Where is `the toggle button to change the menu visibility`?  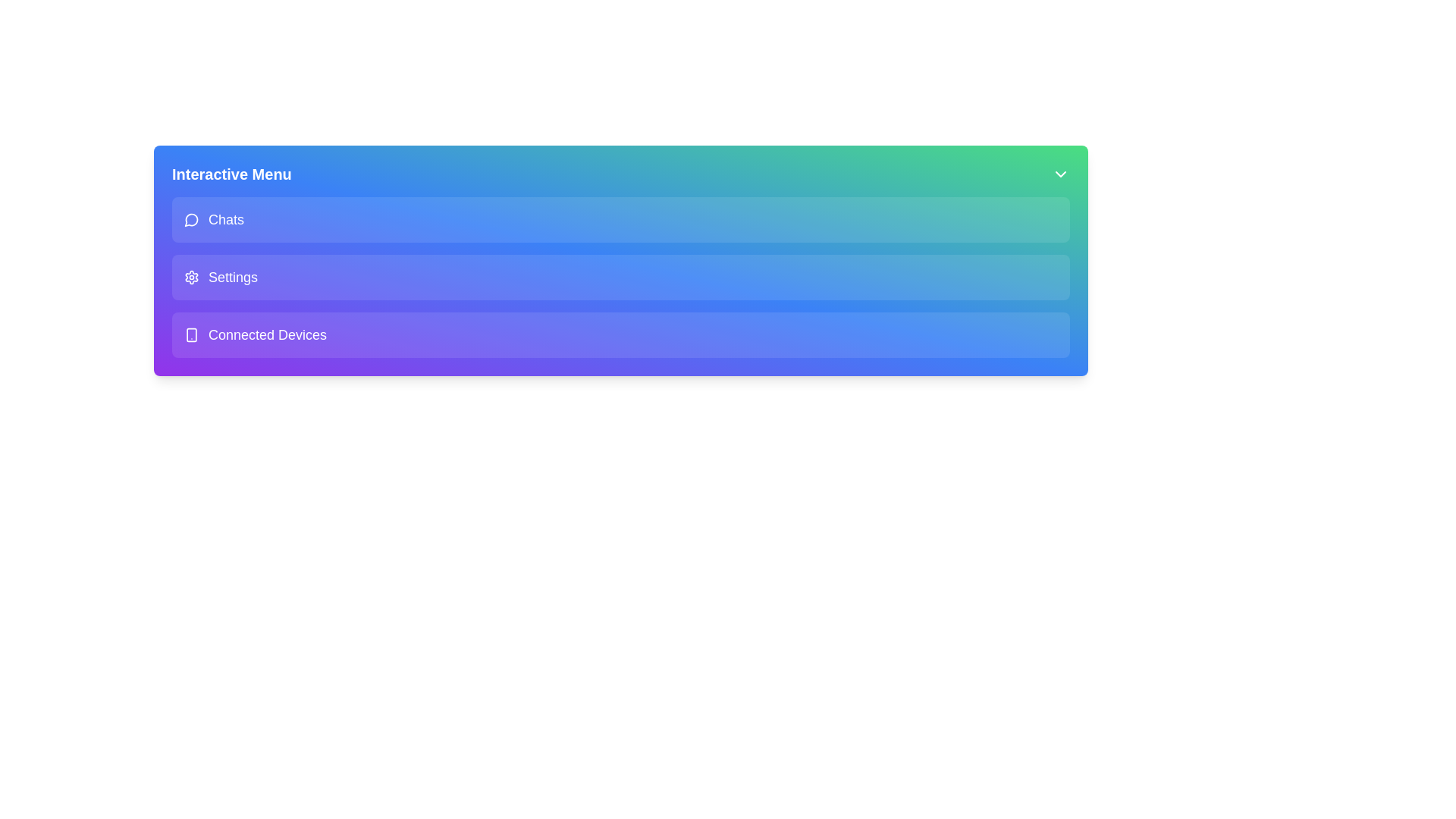 the toggle button to change the menu visibility is located at coordinates (1059, 174).